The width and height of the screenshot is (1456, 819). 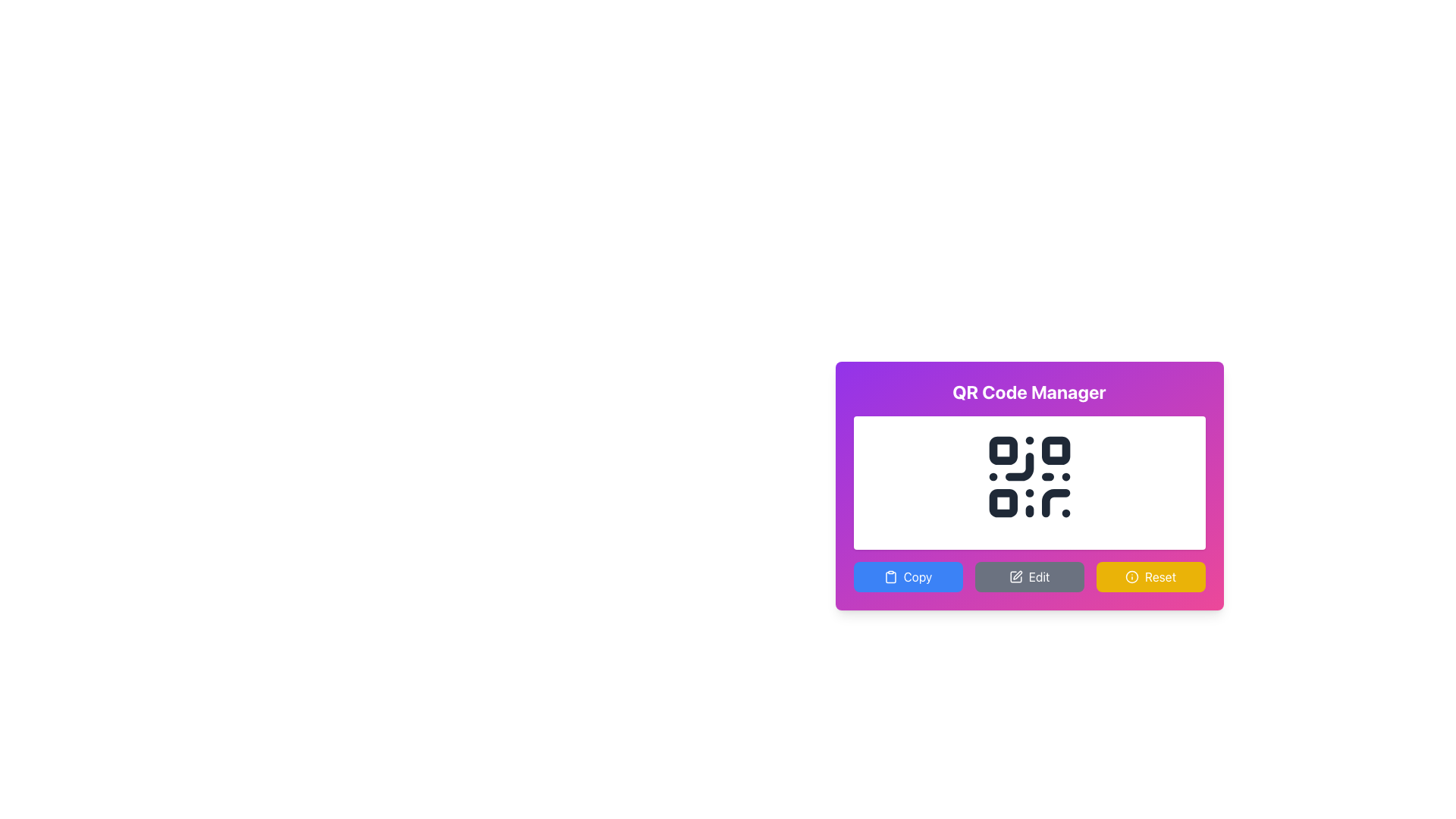 I want to click on the 'Copy' button located at the bottom left of the QR Code Manager interface to trigger additional effects or styling feedback, so click(x=908, y=576).